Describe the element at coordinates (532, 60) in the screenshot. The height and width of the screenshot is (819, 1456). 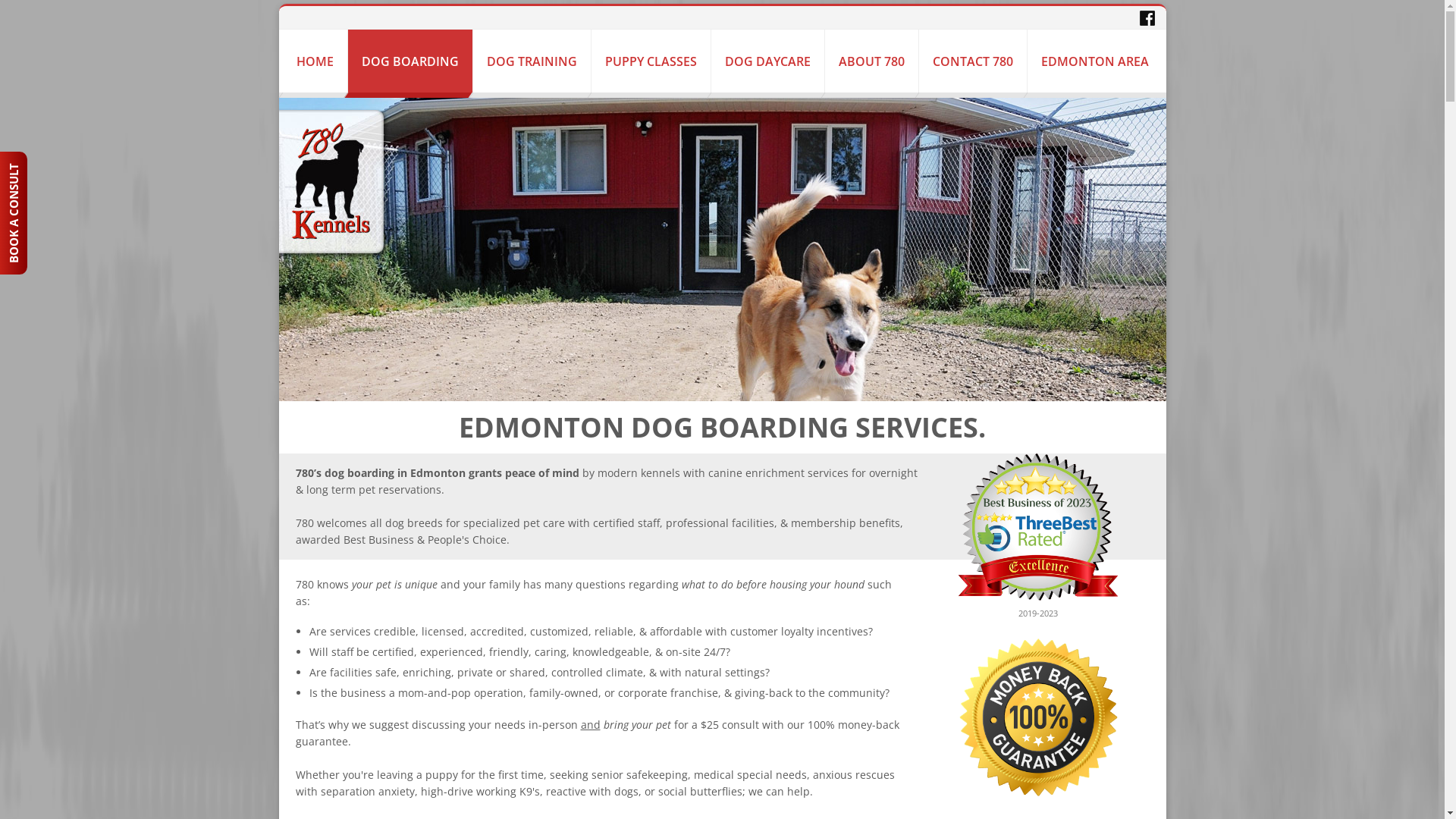
I see `'DOG TRAINING'` at that location.